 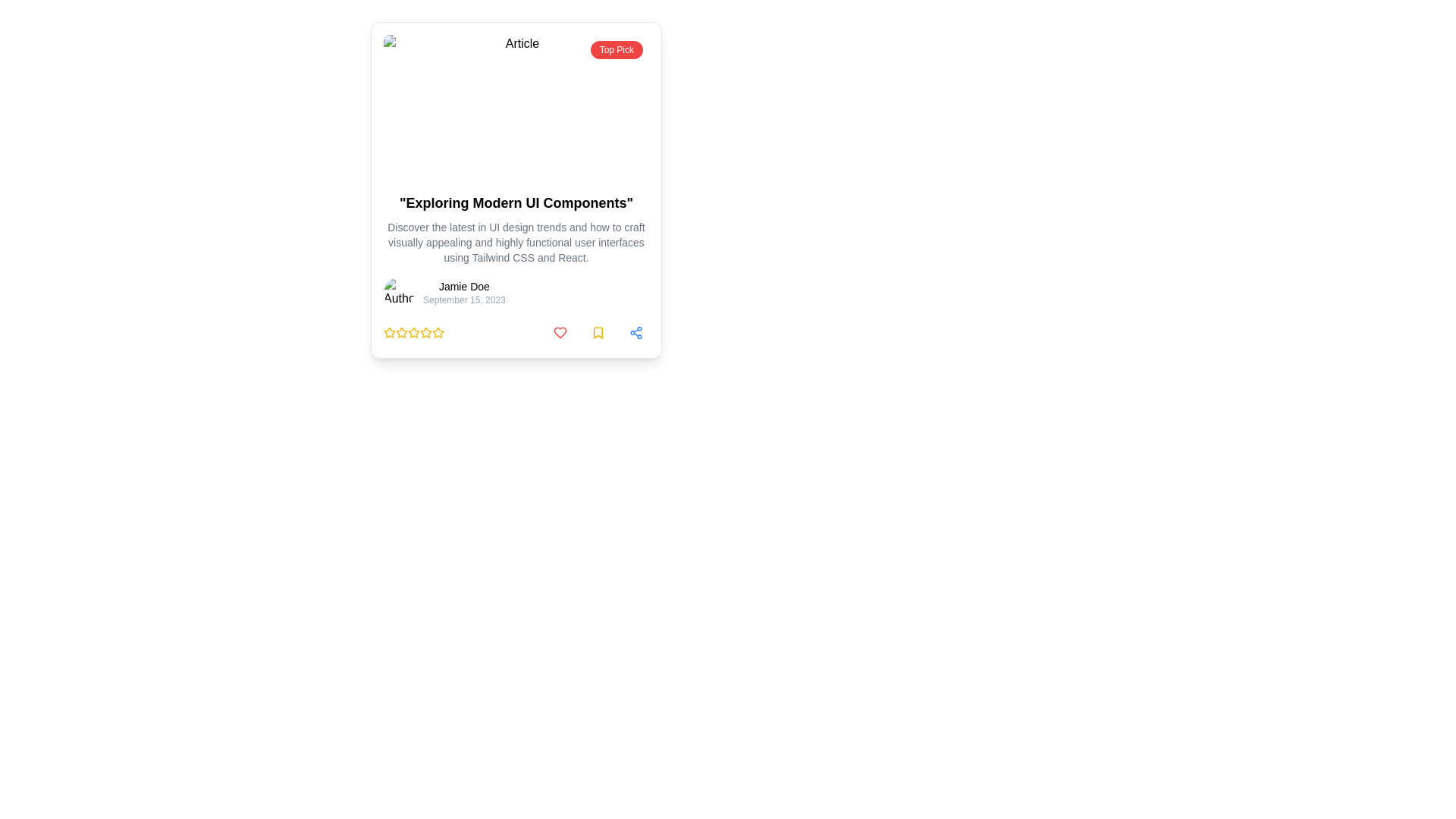 I want to click on the Author Information Section containing the author's name 'Jamie Doe' and the date 'September 15, 2023', so click(x=516, y=292).